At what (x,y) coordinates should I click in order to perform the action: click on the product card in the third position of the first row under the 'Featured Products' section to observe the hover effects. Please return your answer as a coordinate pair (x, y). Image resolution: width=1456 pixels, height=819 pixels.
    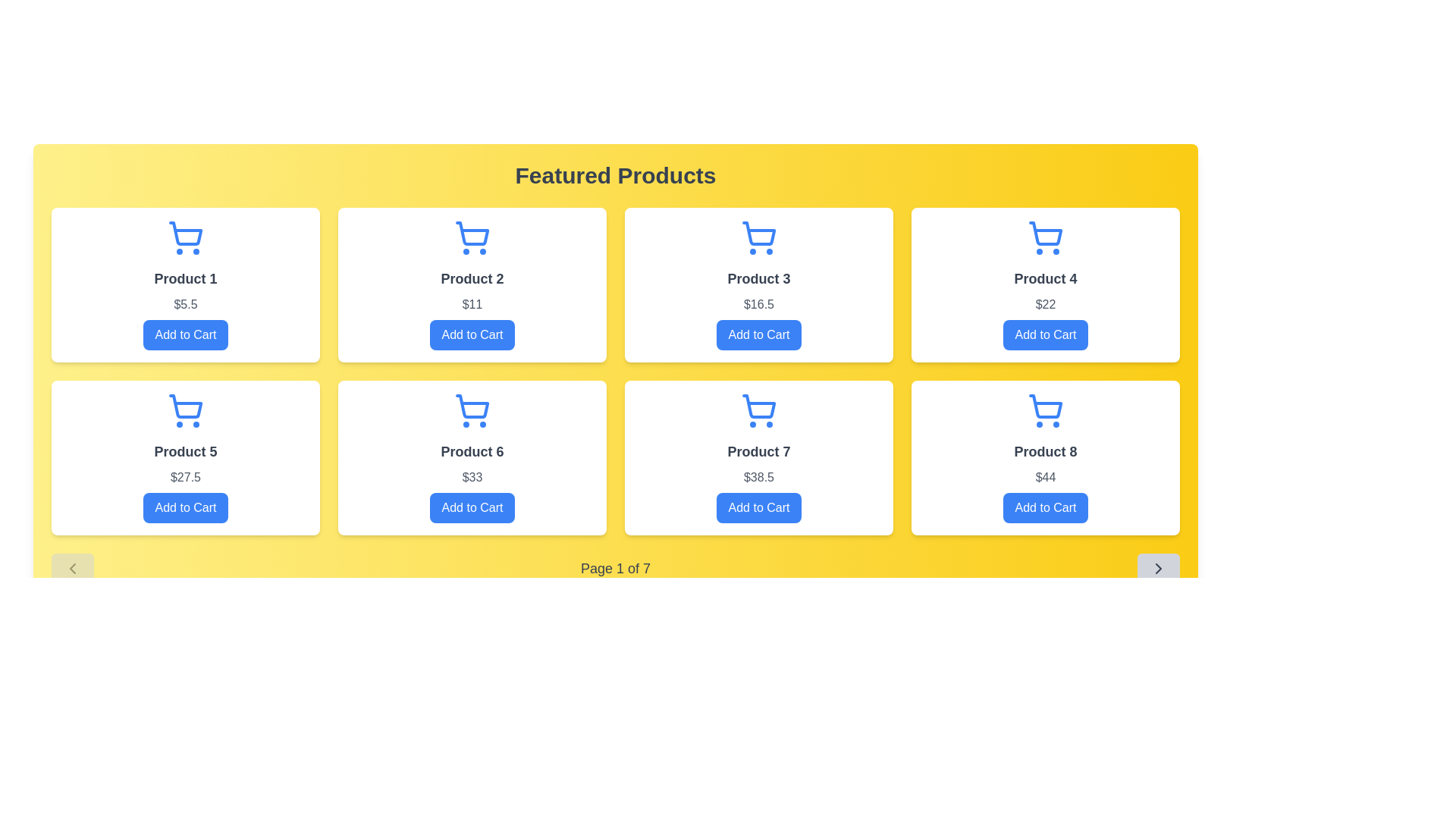
    Looking at the image, I should click on (759, 284).